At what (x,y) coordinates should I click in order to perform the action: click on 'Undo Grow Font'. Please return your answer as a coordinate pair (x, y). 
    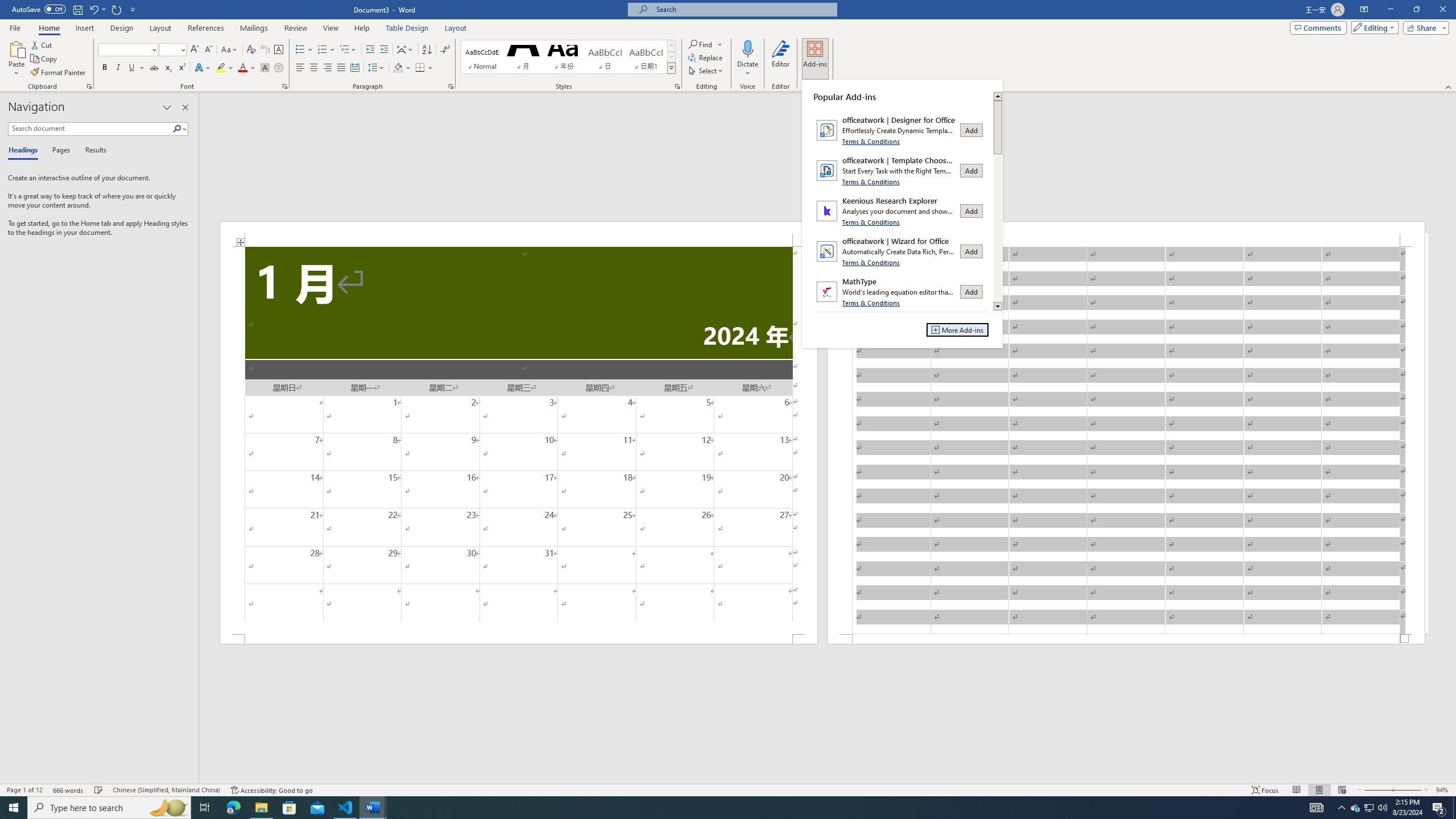
    Looking at the image, I should click on (93, 9).